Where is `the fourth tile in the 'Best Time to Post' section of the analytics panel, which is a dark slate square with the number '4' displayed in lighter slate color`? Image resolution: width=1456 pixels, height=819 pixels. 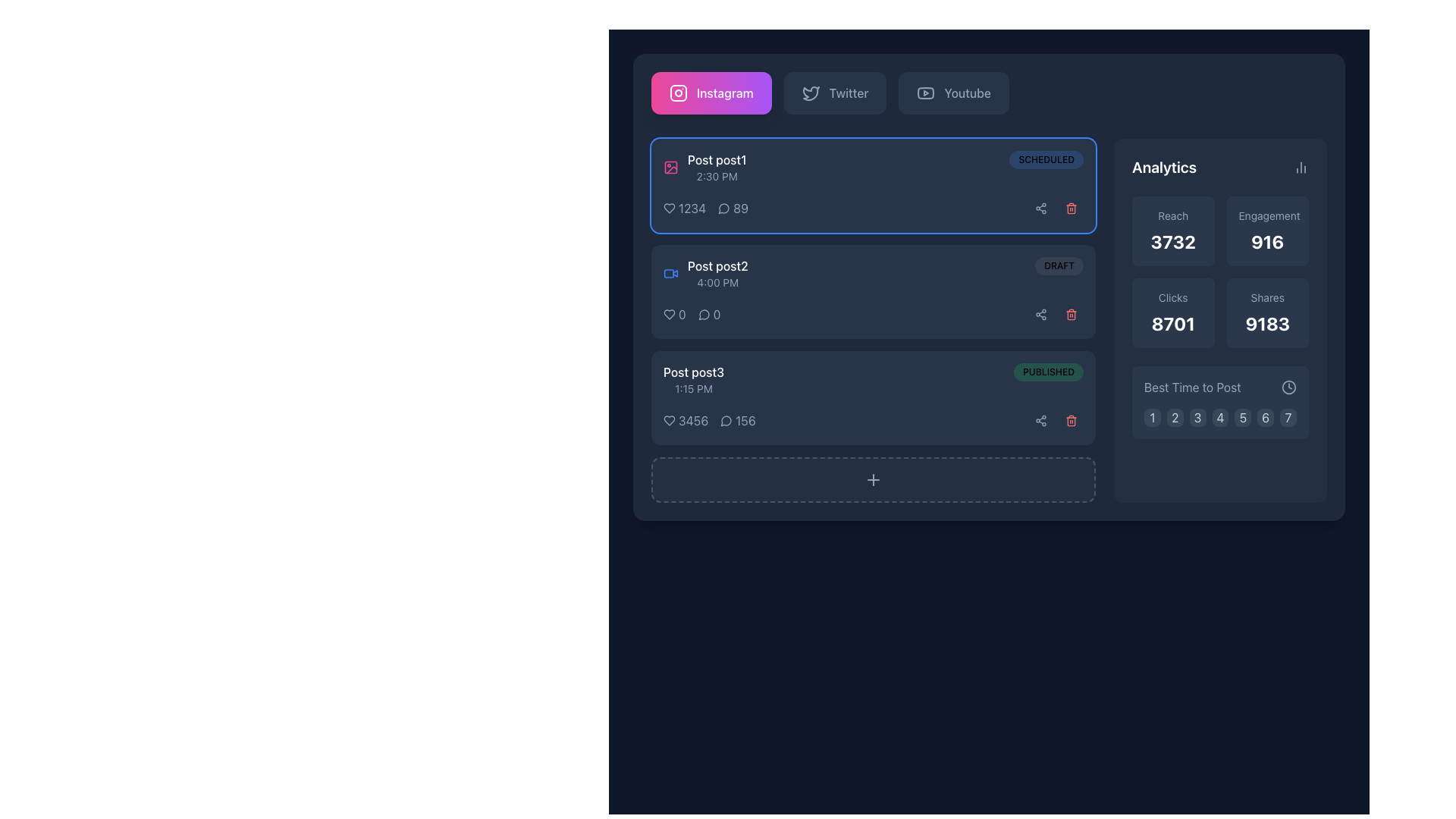
the fourth tile in the 'Best Time to Post' section of the analytics panel, which is a dark slate square with the number '4' displayed in lighter slate color is located at coordinates (1220, 418).